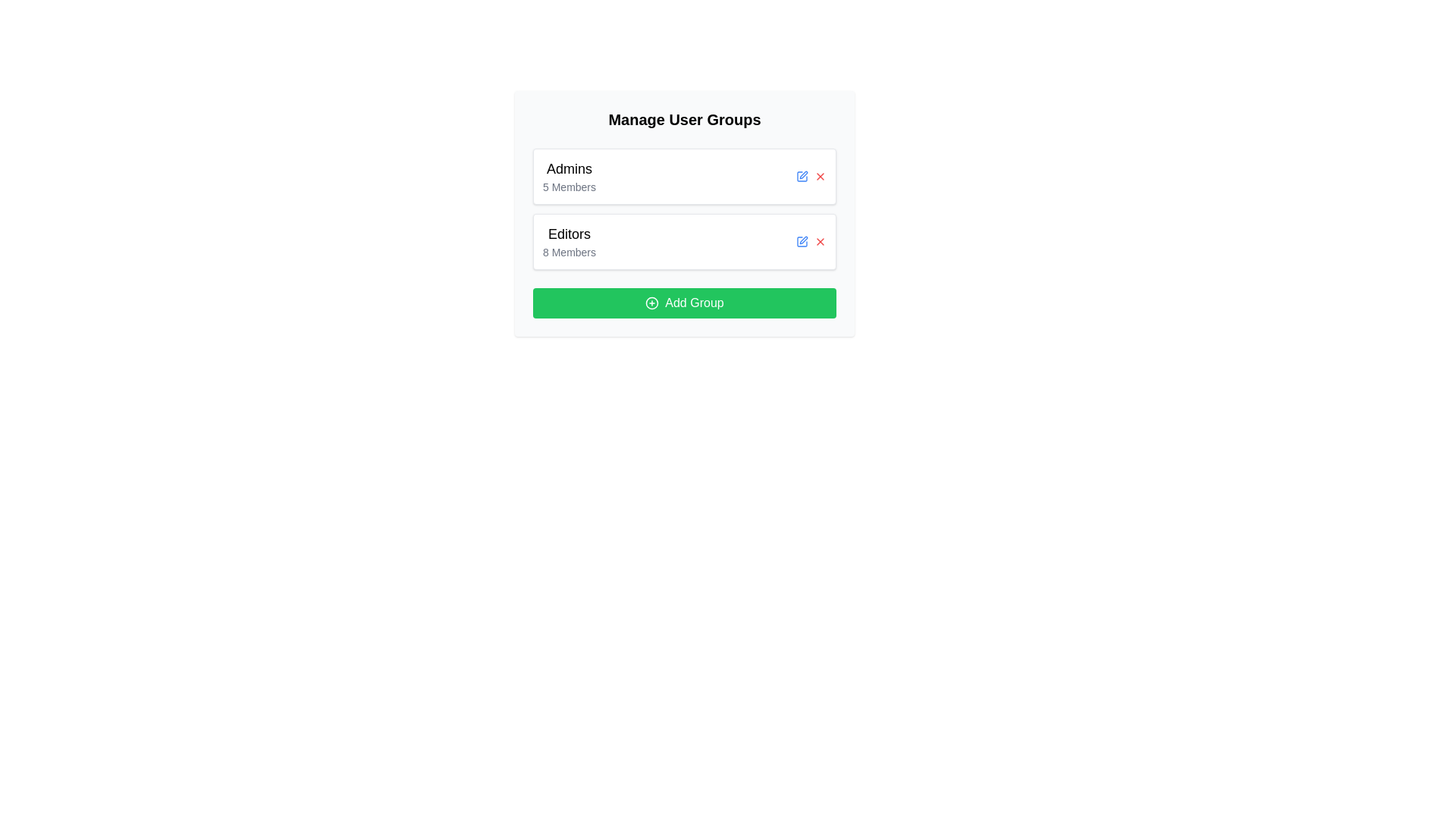 This screenshot has width=1456, height=819. Describe the element at coordinates (819, 175) in the screenshot. I see `the red 'X' button` at that location.